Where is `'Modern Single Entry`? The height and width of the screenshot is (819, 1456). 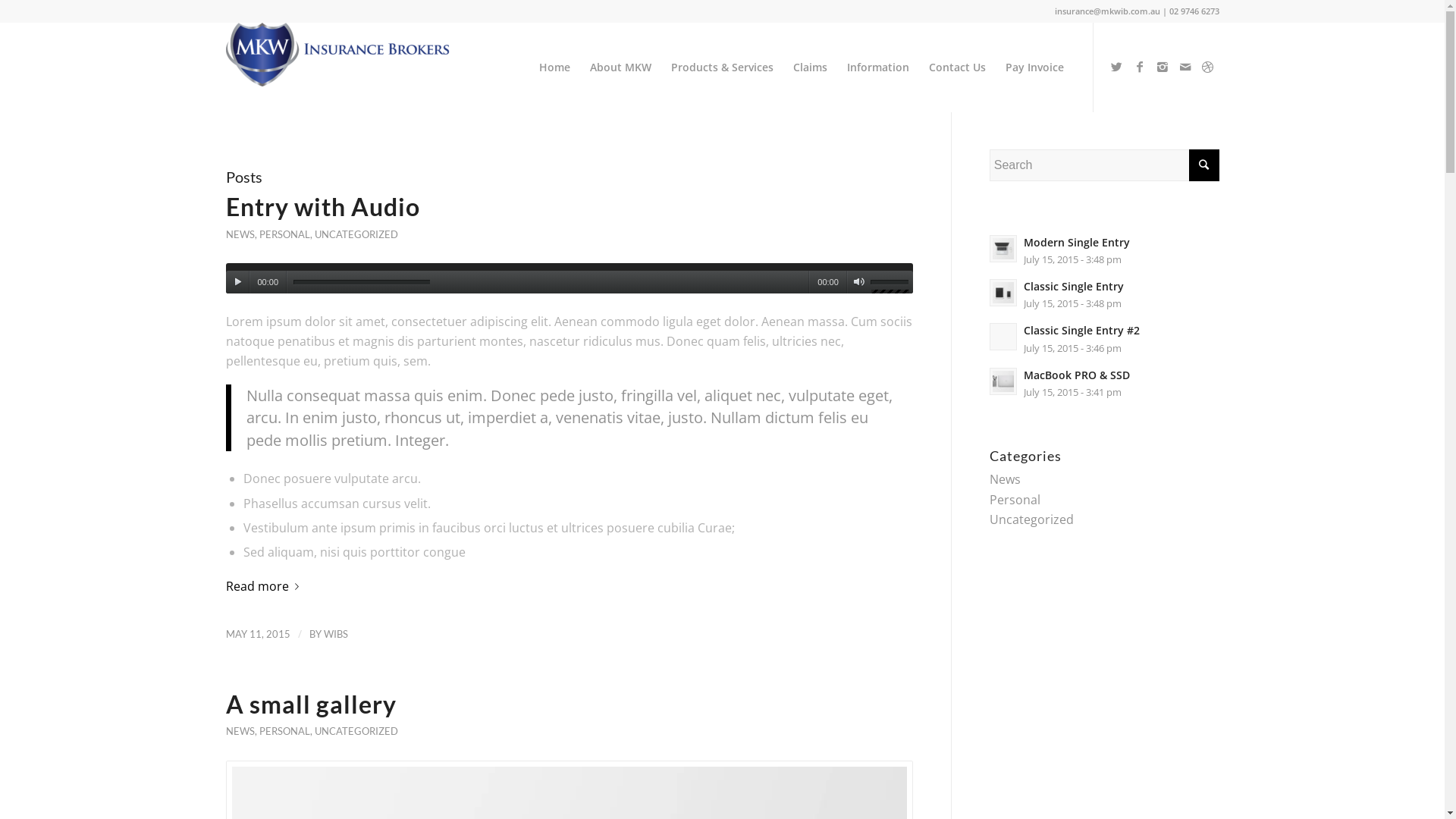
'Modern Single Entry is located at coordinates (1104, 249).